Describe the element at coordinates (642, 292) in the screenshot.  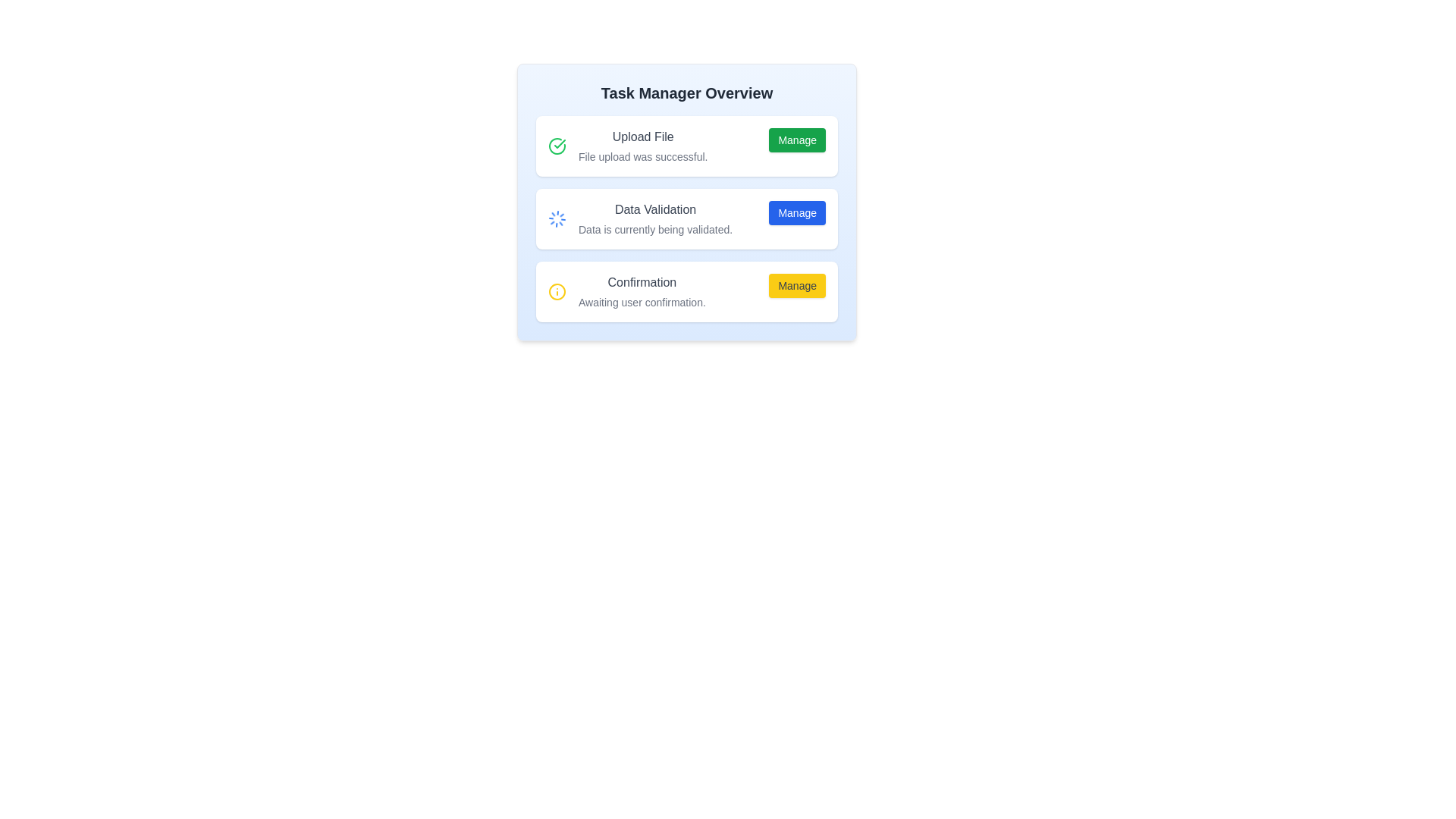
I see `the 'Confirmation' text label that reads 'Confirmation' and 'Awaiting user confirmation.'` at that location.